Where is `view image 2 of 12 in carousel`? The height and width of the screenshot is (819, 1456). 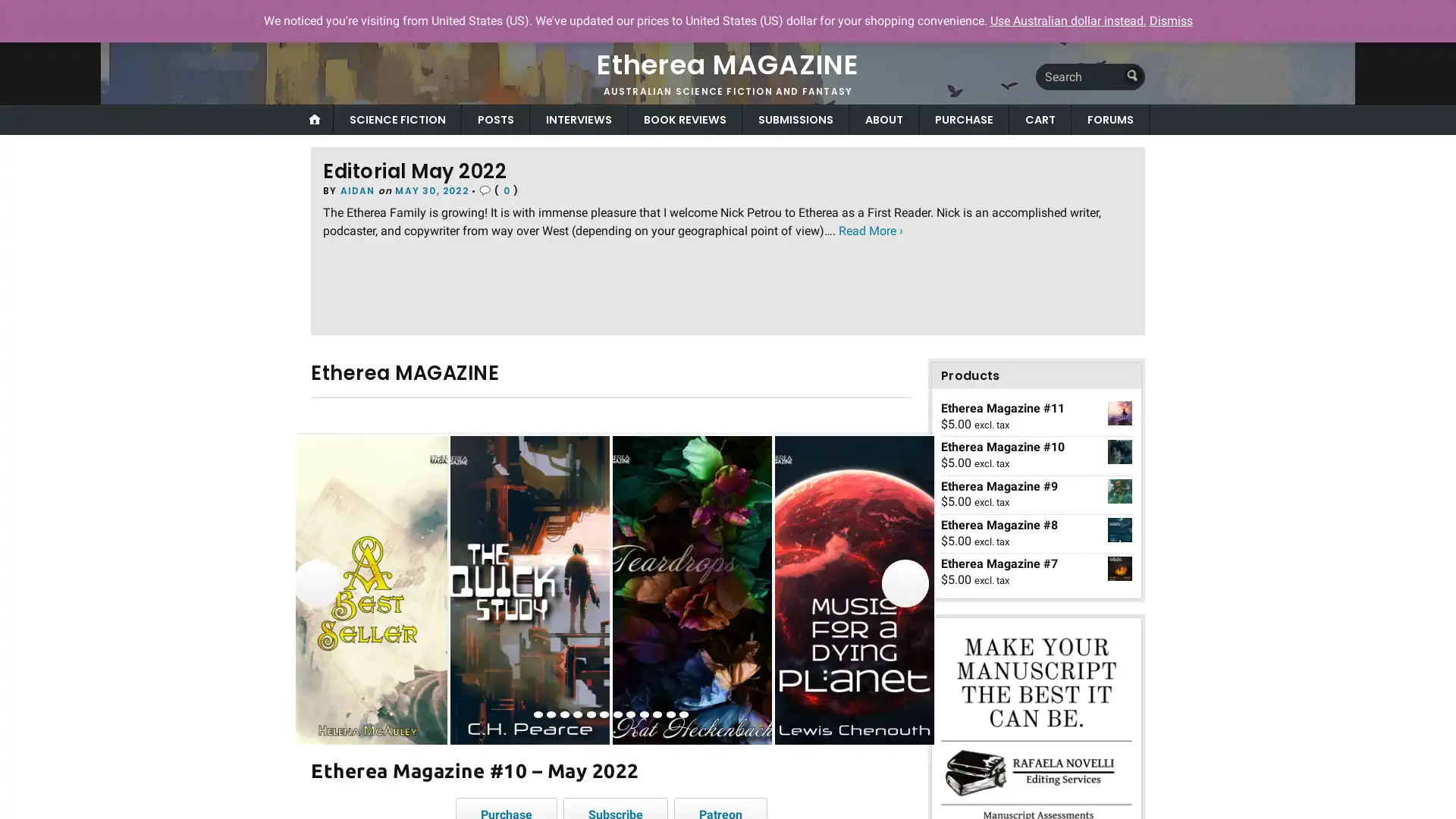 view image 2 of 12 in carousel is located at coordinates (550, 714).